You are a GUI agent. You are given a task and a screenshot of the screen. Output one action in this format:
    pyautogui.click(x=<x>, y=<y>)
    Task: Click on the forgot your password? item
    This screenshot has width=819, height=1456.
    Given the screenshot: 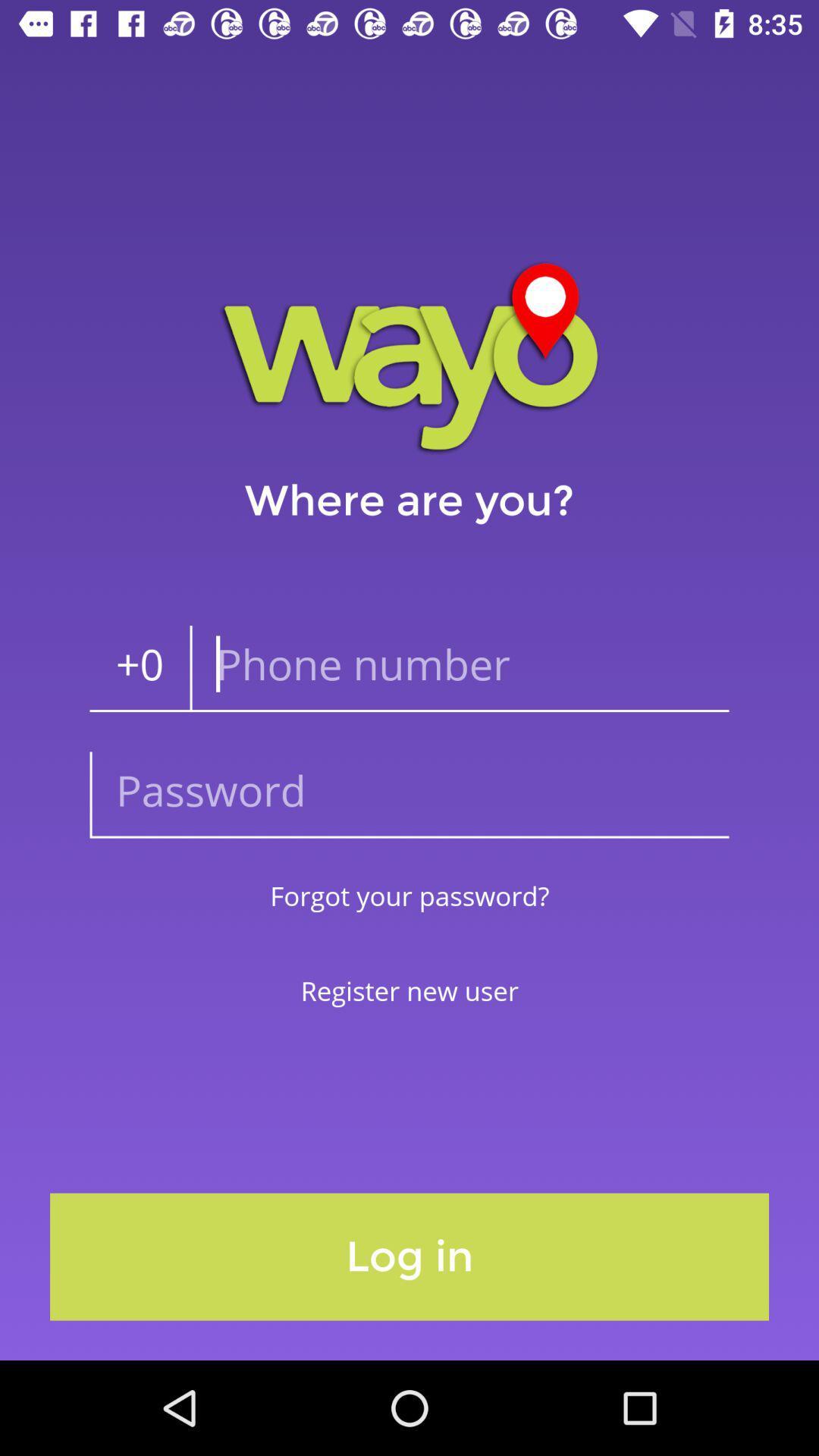 What is the action you would take?
    pyautogui.click(x=409, y=896)
    